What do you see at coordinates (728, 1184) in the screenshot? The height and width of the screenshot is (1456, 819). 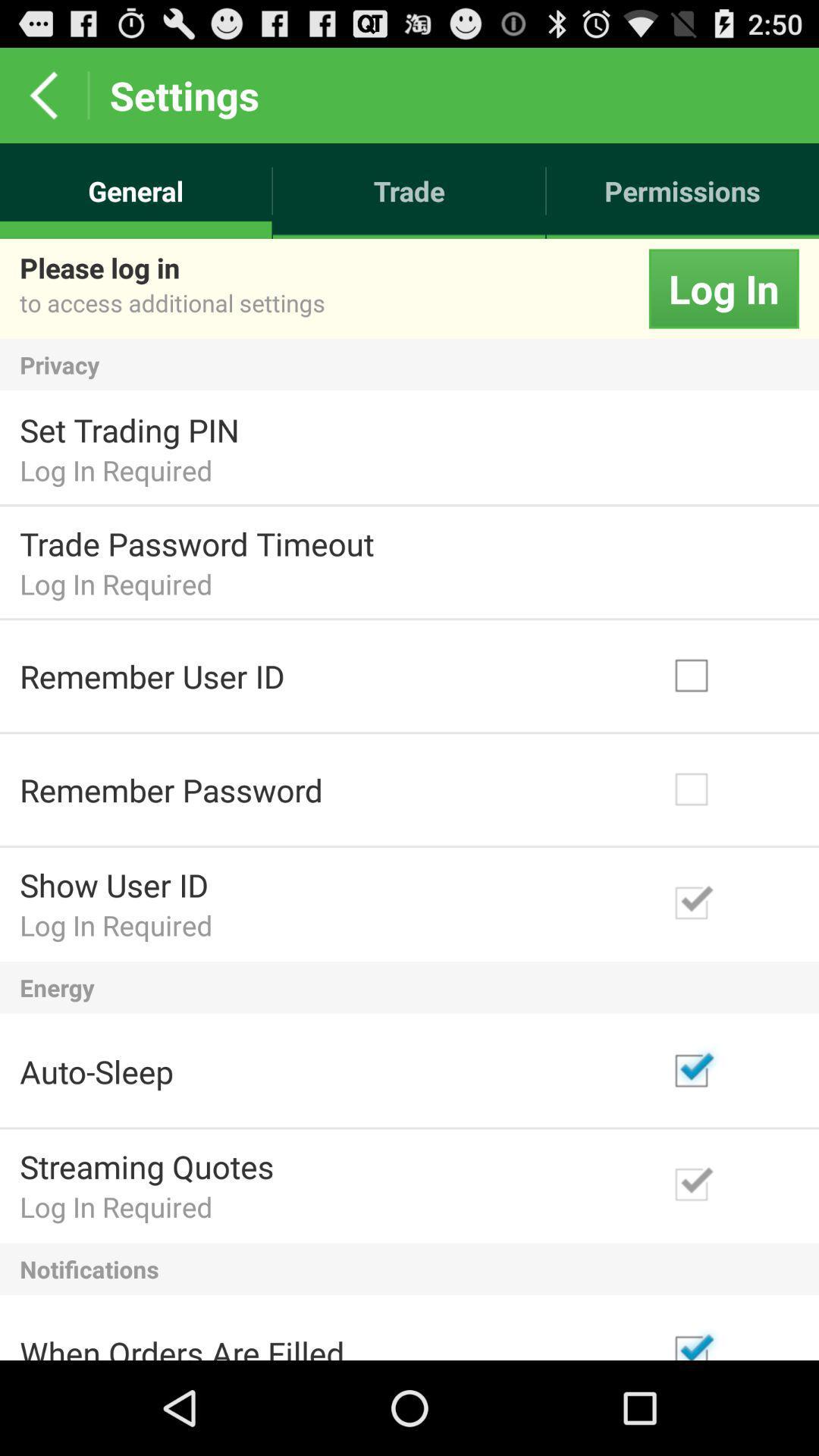 I see `fifth check box` at bounding box center [728, 1184].